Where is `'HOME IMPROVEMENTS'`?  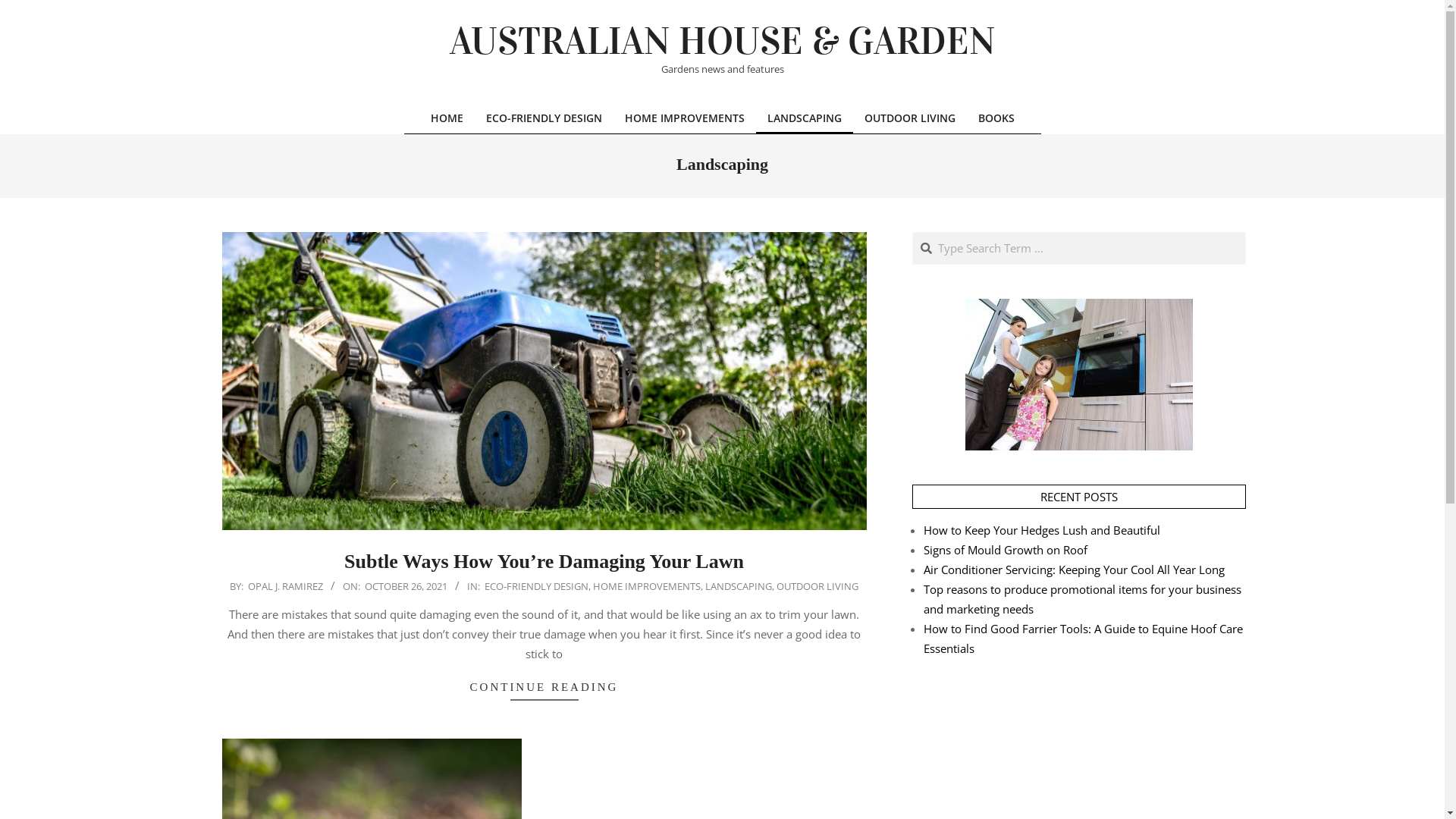 'HOME IMPROVEMENTS' is located at coordinates (647, 585).